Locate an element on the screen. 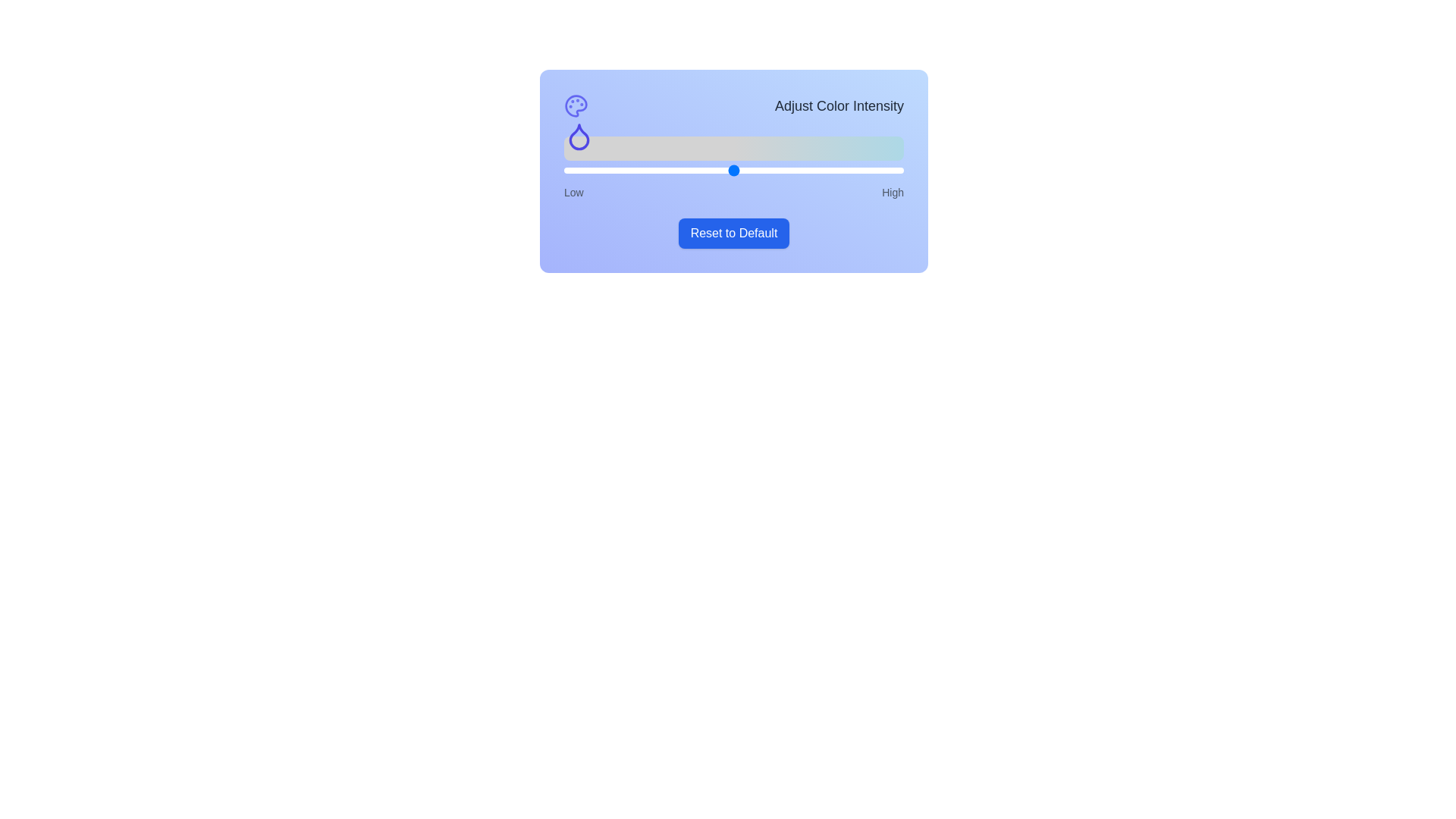 This screenshot has height=819, width=1456. the slider to set the color intensity to 83 is located at coordinates (845, 170).